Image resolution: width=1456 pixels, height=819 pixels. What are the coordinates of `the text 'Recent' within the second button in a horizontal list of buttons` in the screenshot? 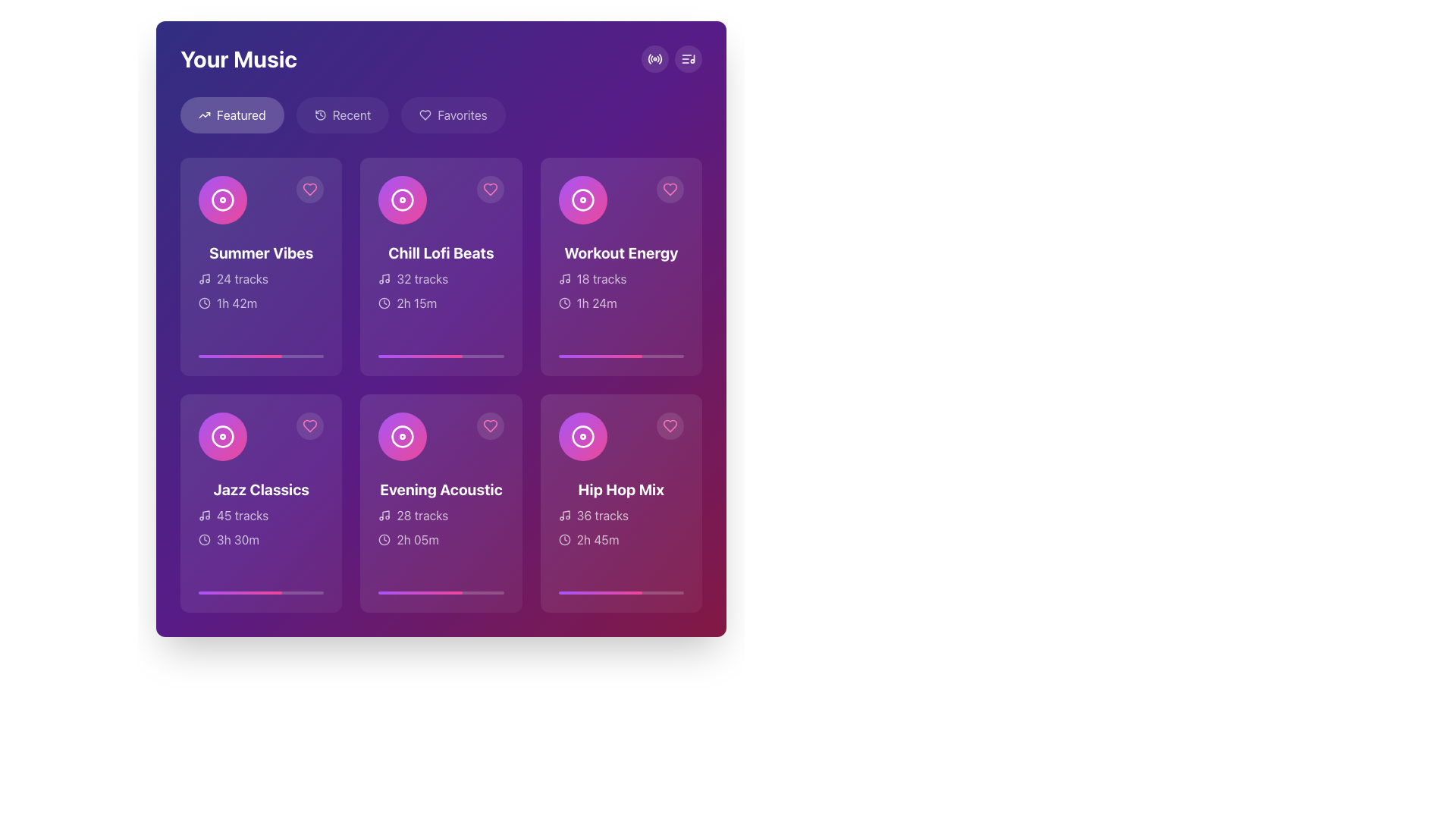 It's located at (351, 114).